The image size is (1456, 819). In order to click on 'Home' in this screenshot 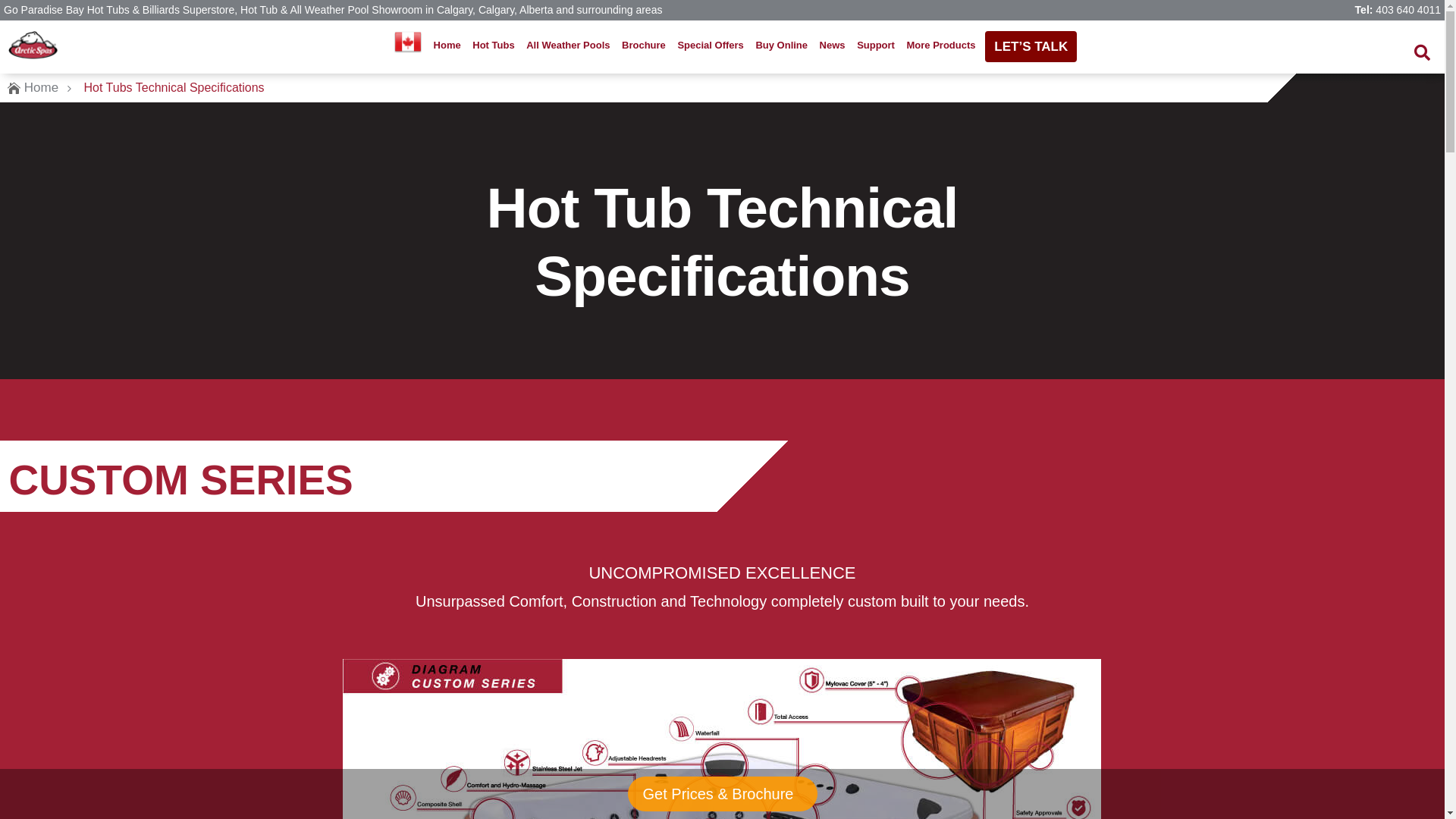, I will do `click(446, 44)`.